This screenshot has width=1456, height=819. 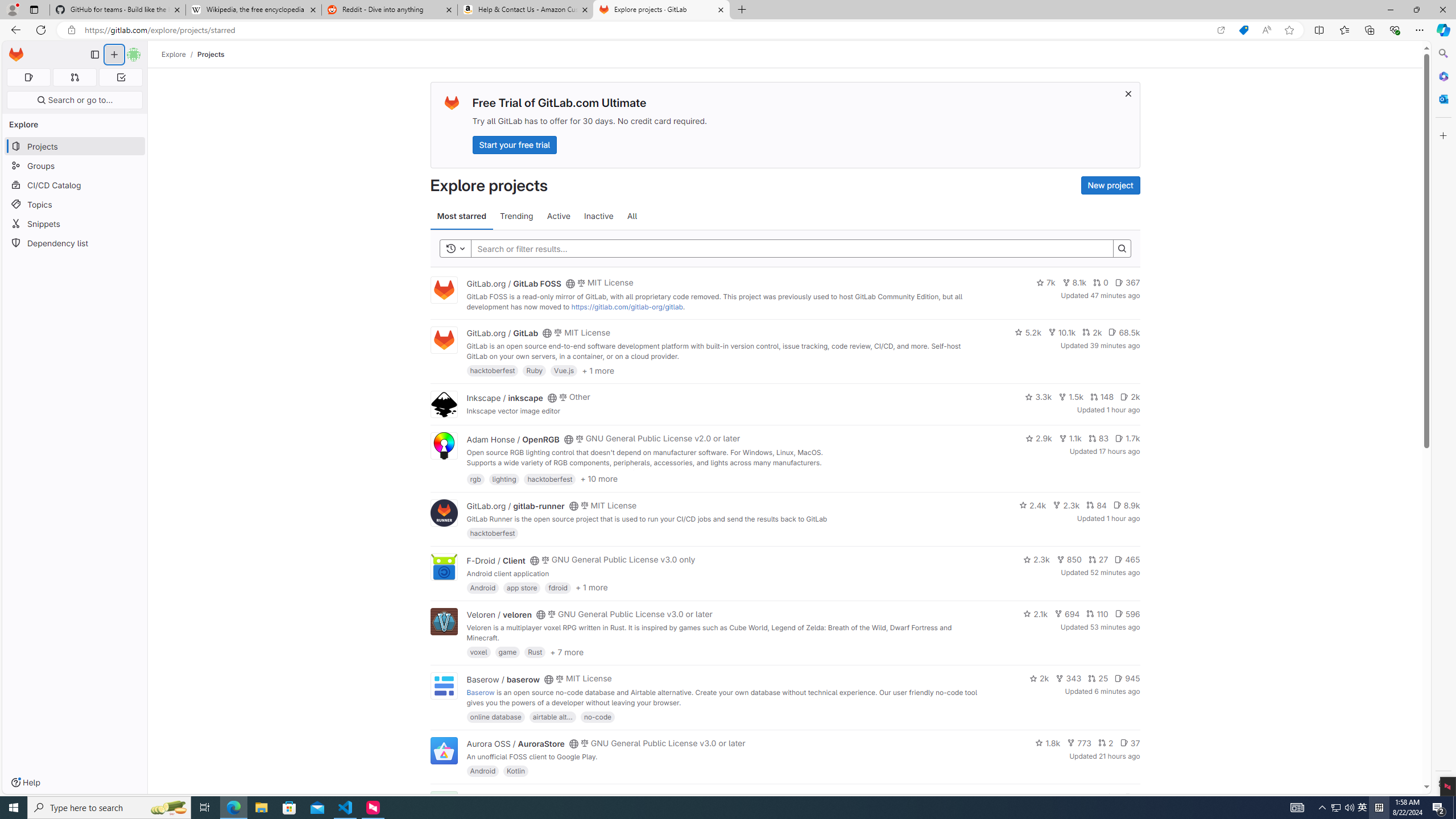 I want to click on 'Topics', so click(x=74, y=204).